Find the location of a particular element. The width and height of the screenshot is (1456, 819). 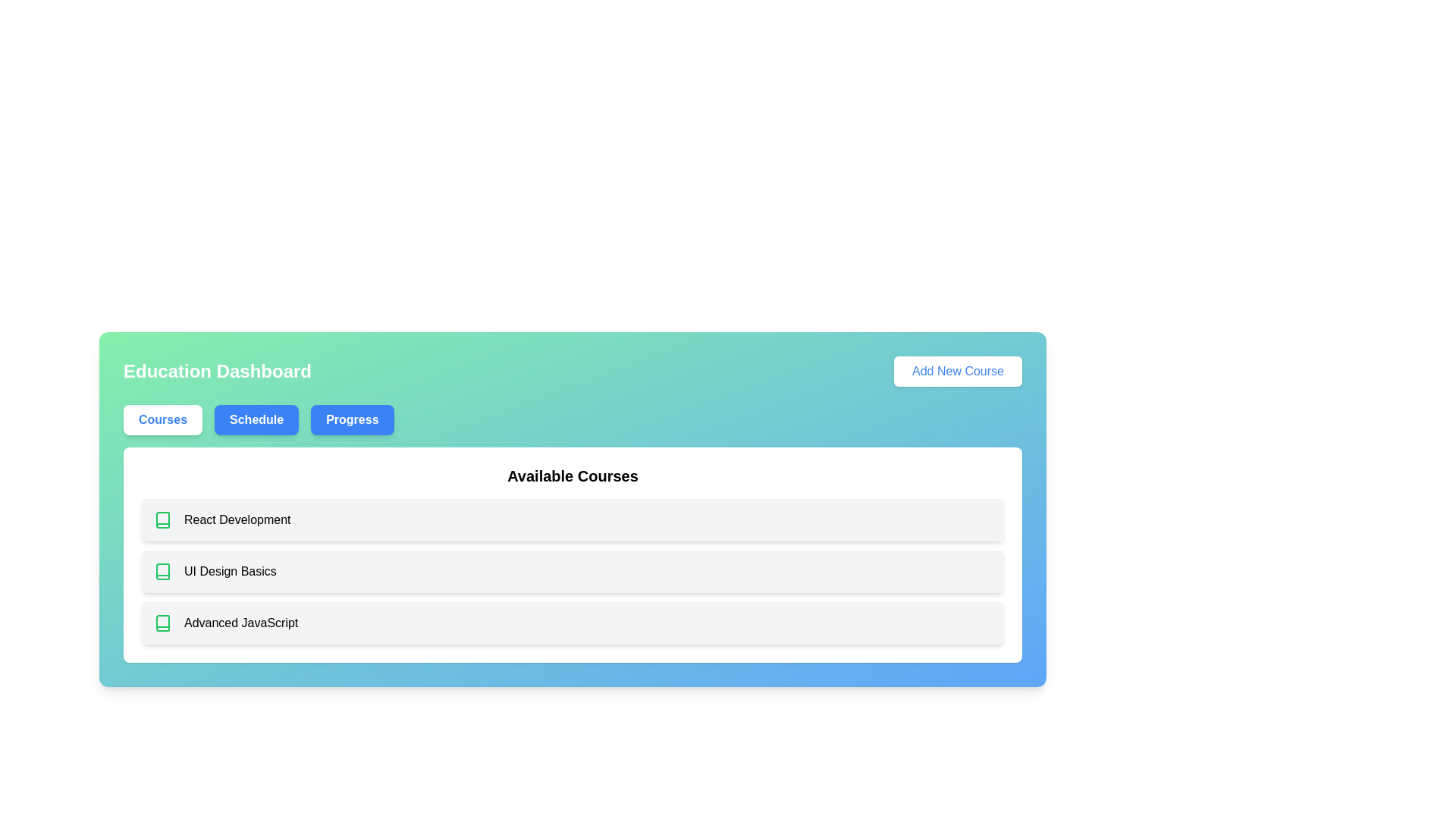

the rectangular button with a white background and blue text reading 'Courses' is located at coordinates (163, 420).